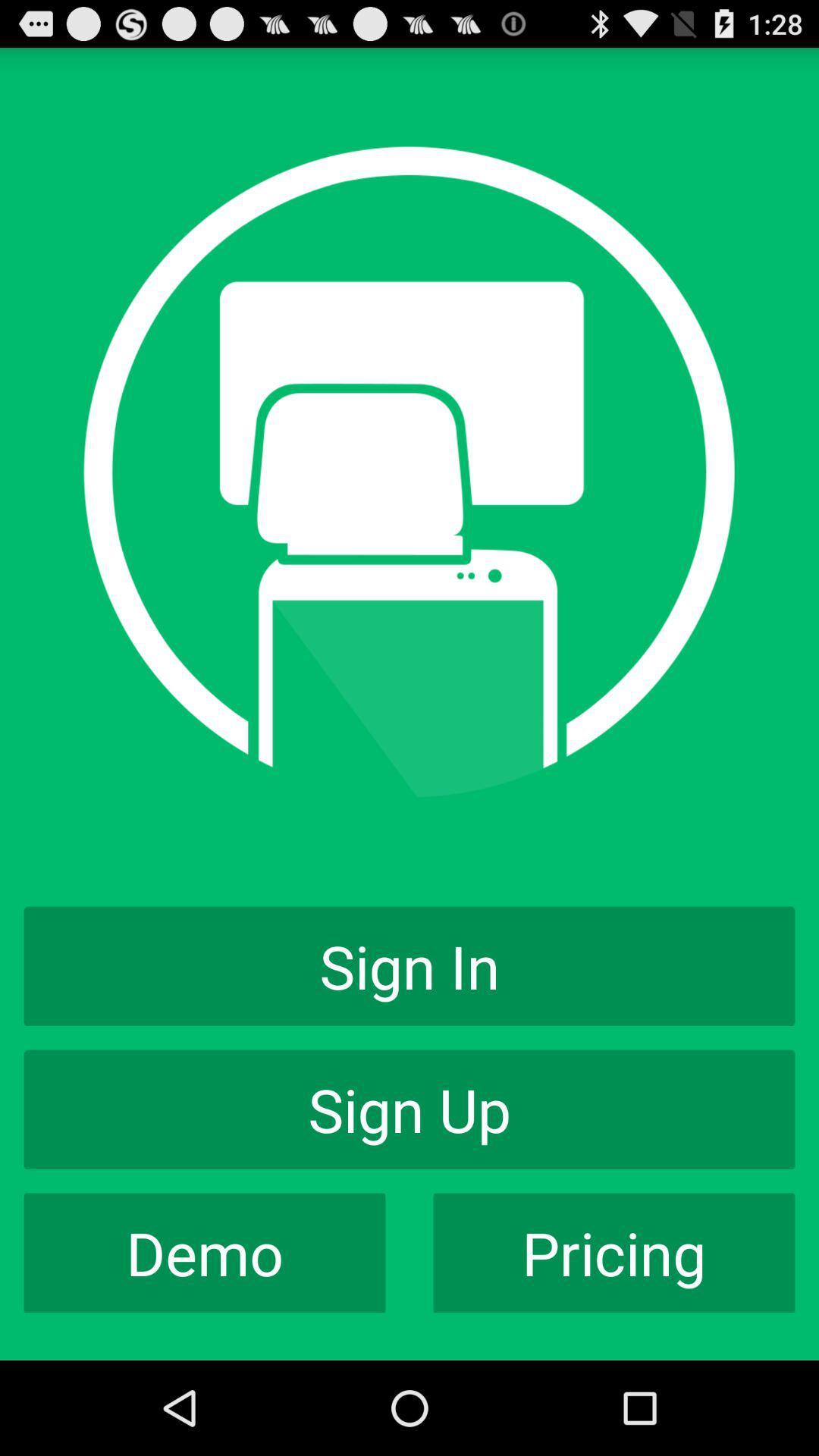 The width and height of the screenshot is (819, 1456). Describe the element at coordinates (205, 1253) in the screenshot. I see `the icon below sign up item` at that location.